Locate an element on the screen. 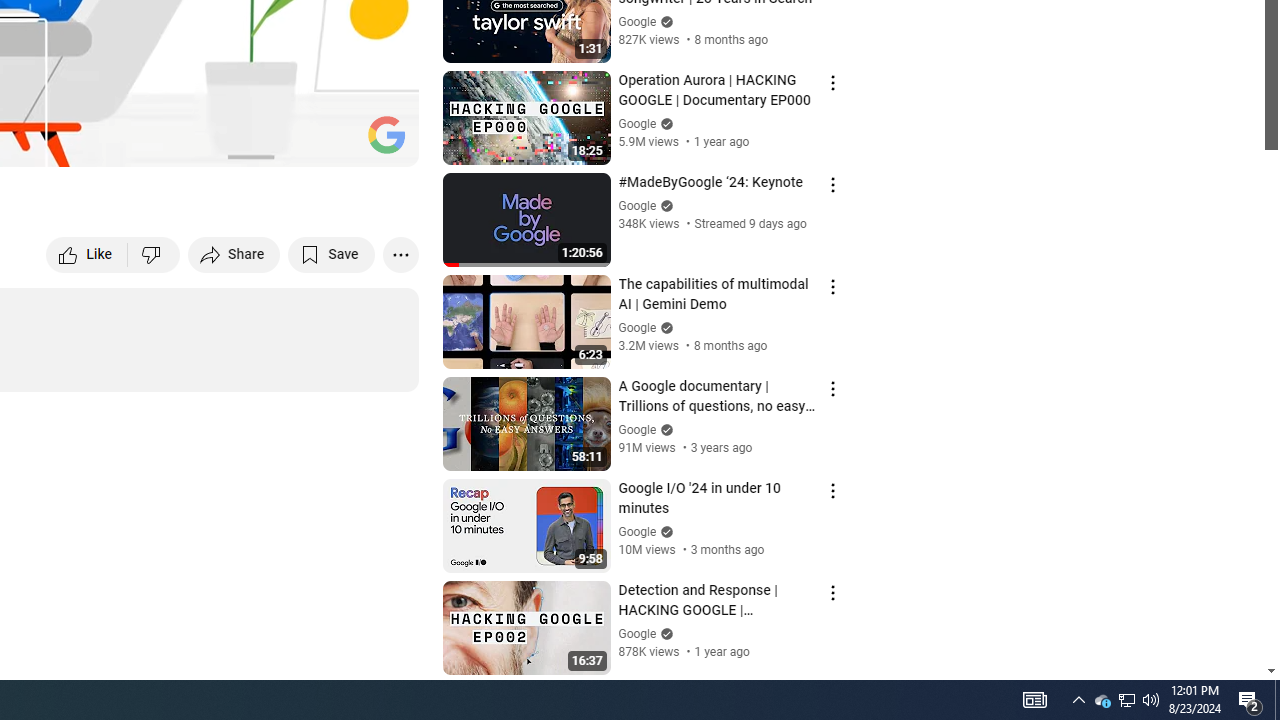 The image size is (1280, 720). 'Theater mode (t)' is located at coordinates (334, 141).